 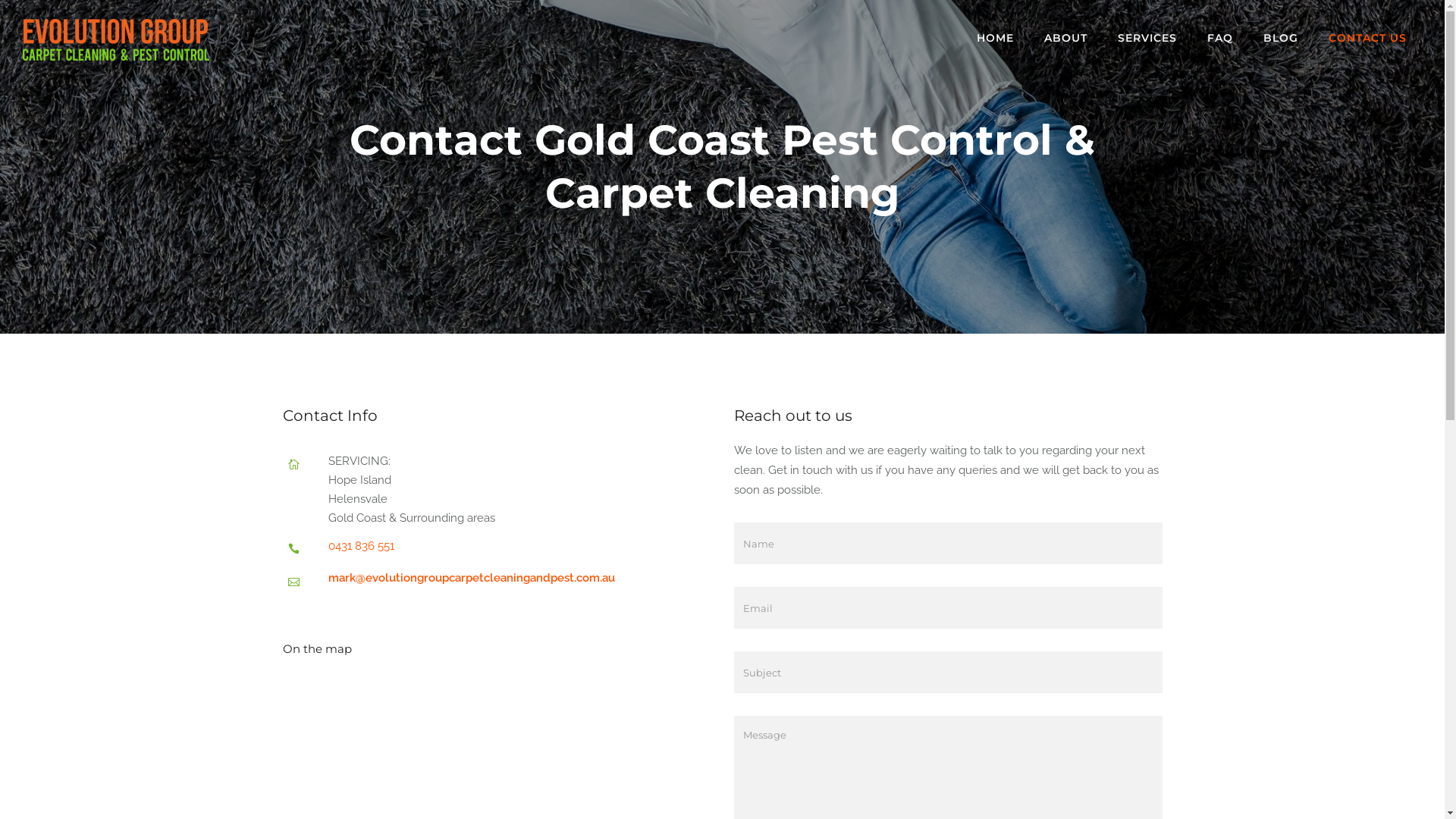 I want to click on 'ABOUT', so click(x=1065, y=37).